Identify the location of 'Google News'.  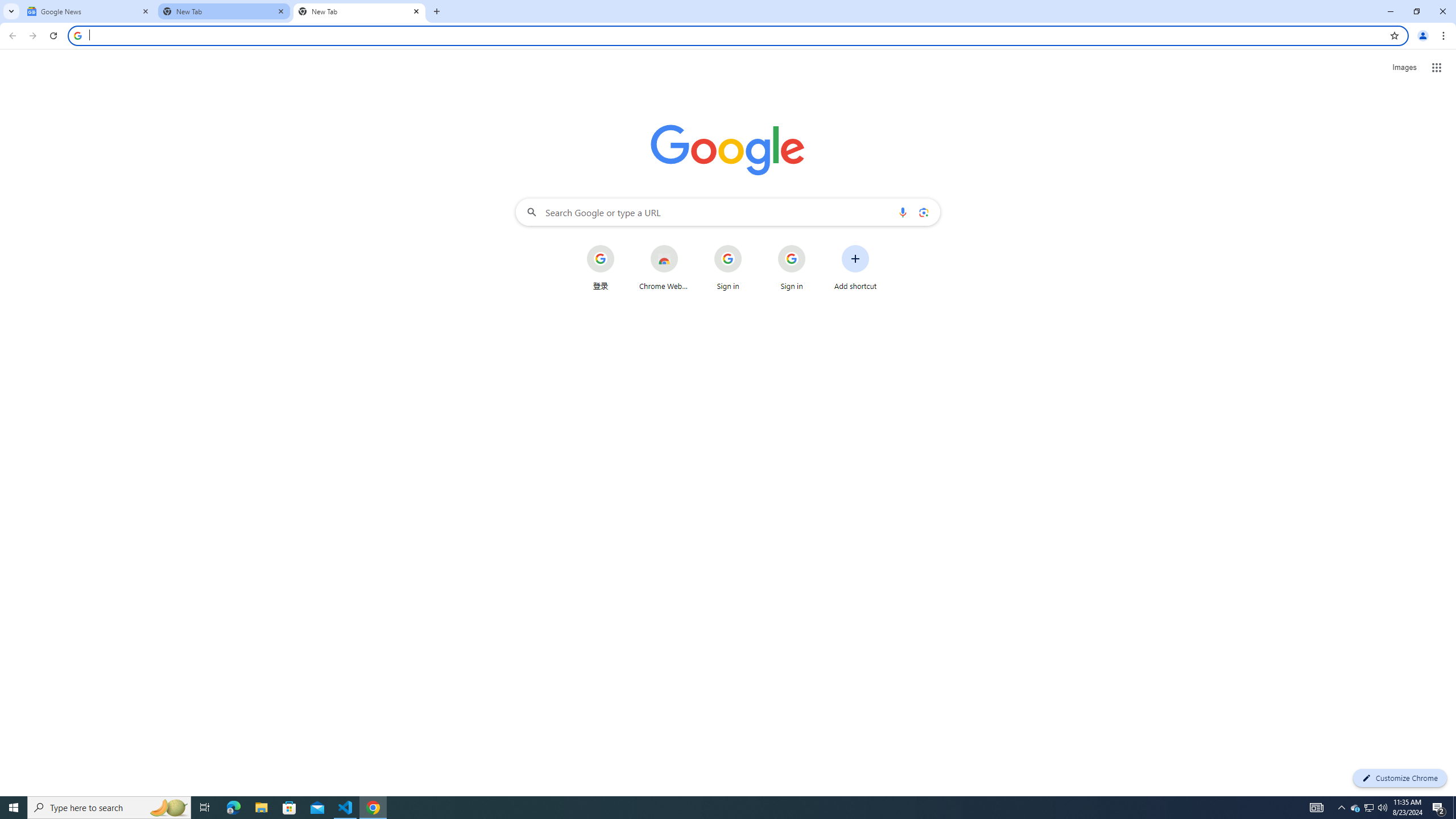
(88, 11).